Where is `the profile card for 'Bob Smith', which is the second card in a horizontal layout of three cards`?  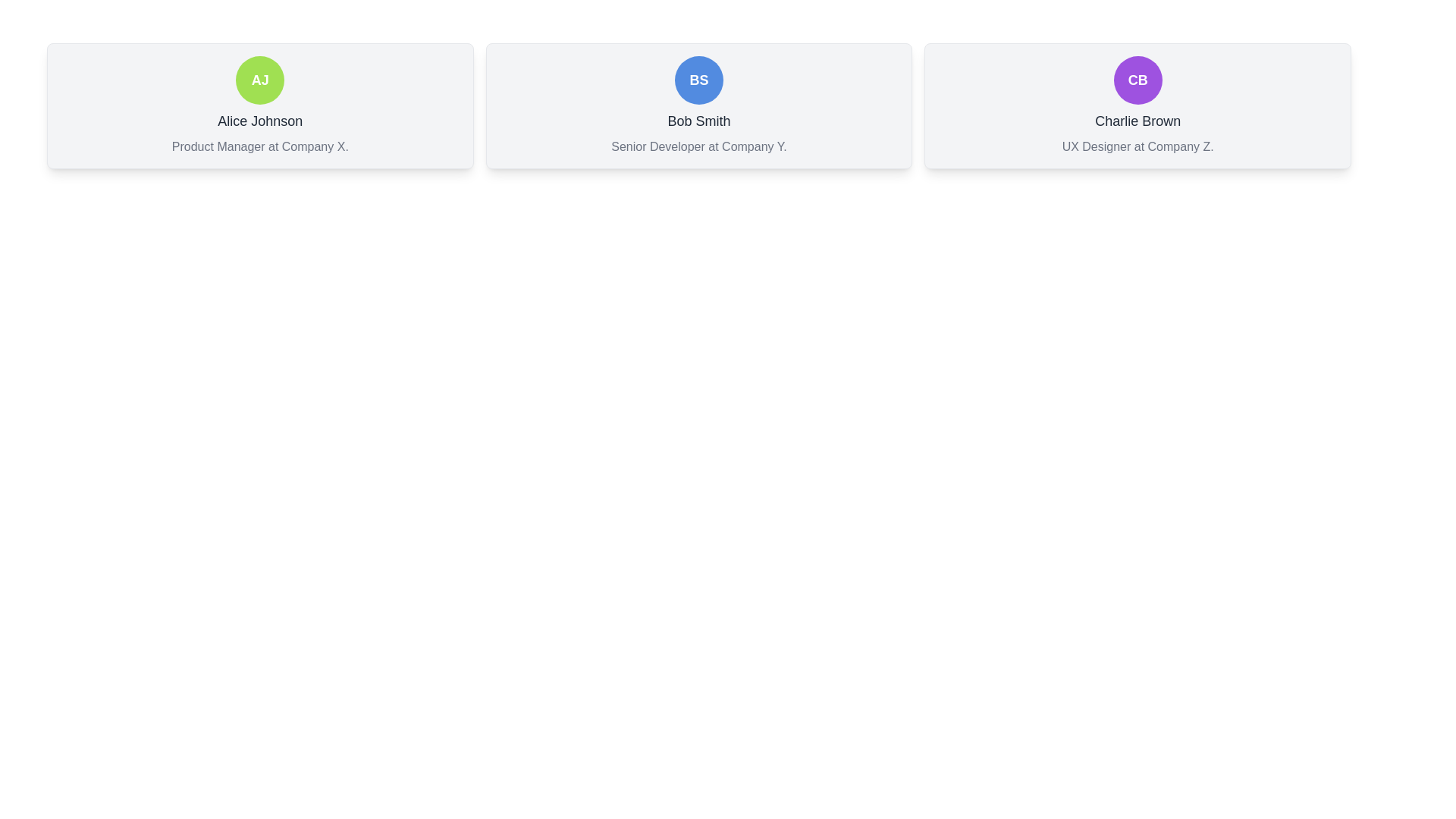 the profile card for 'Bob Smith', which is the second card in a horizontal layout of three cards is located at coordinates (698, 105).